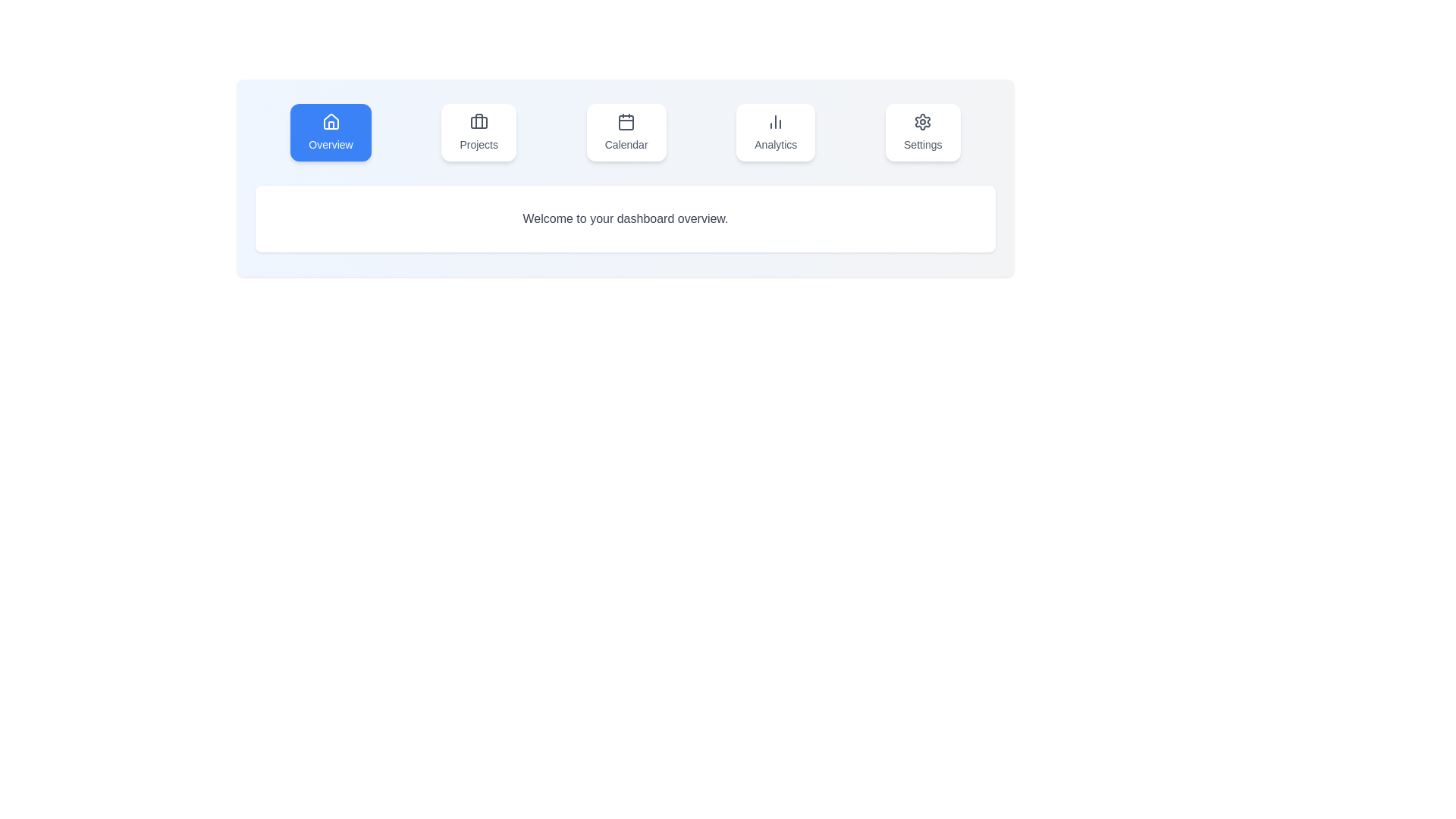  What do you see at coordinates (922, 131) in the screenshot?
I see `the Settings button, which is the rightmost item in a horizontally aligned menu bar` at bounding box center [922, 131].